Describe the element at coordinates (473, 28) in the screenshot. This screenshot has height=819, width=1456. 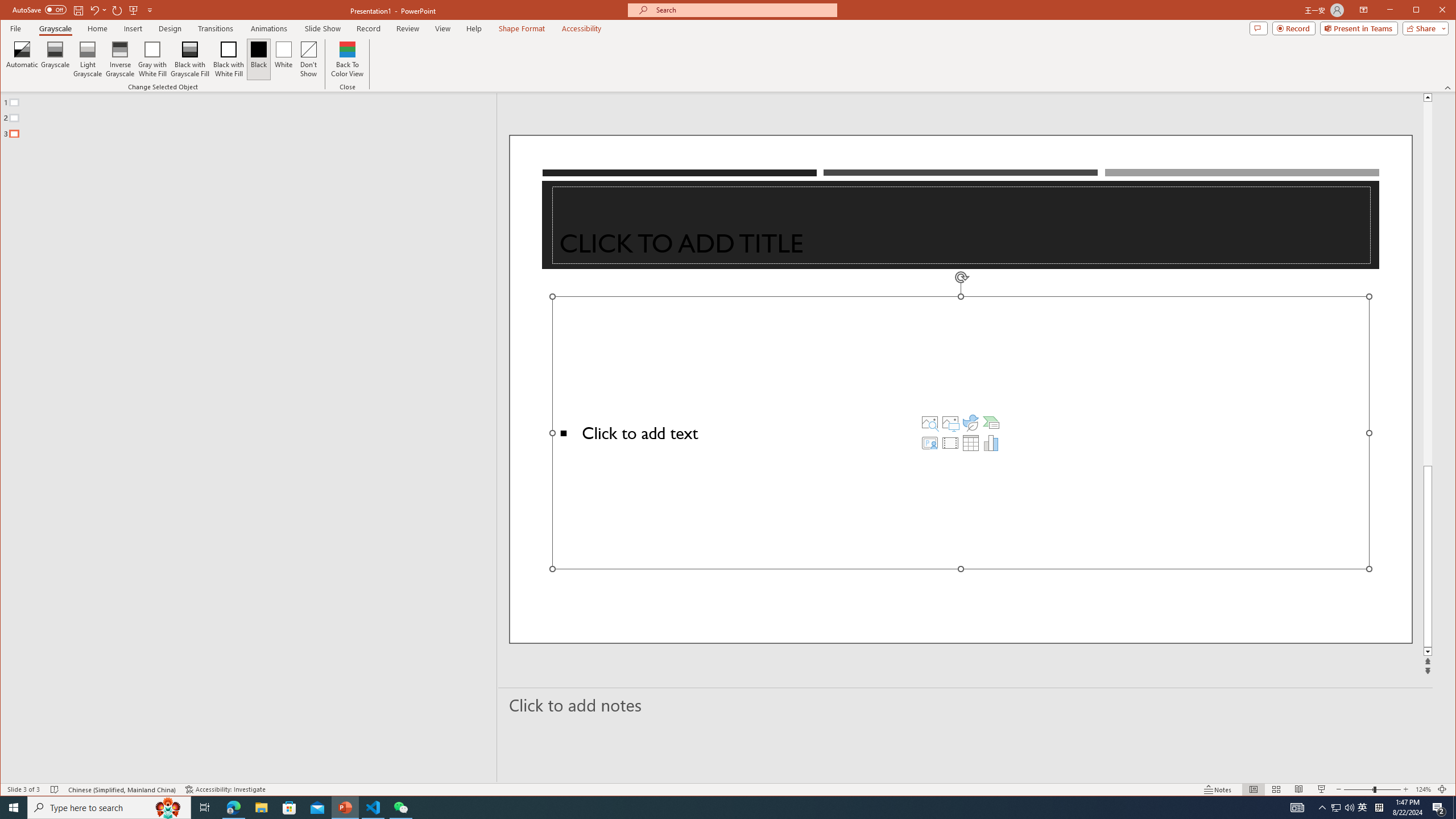
I see `'Help'` at that location.